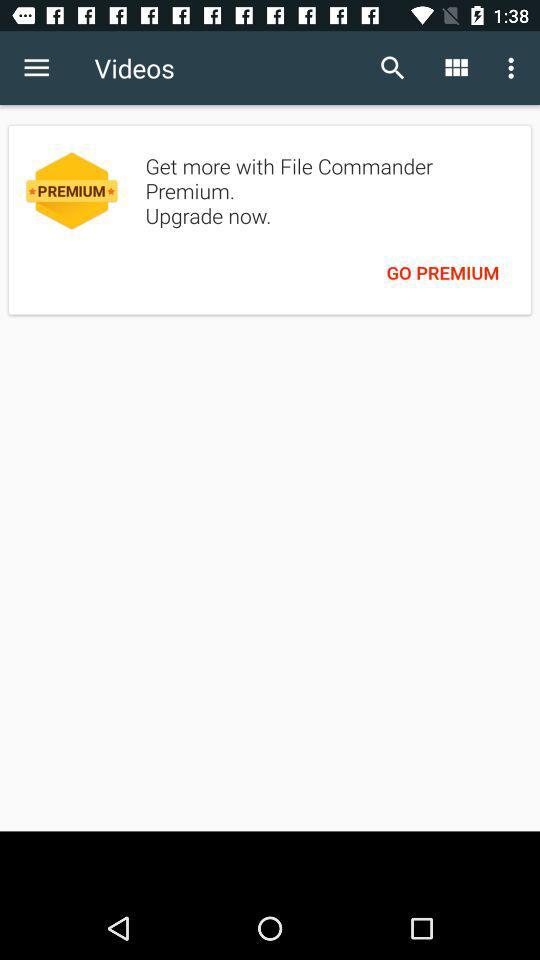  What do you see at coordinates (393, 68) in the screenshot?
I see `icon above the get more with` at bounding box center [393, 68].